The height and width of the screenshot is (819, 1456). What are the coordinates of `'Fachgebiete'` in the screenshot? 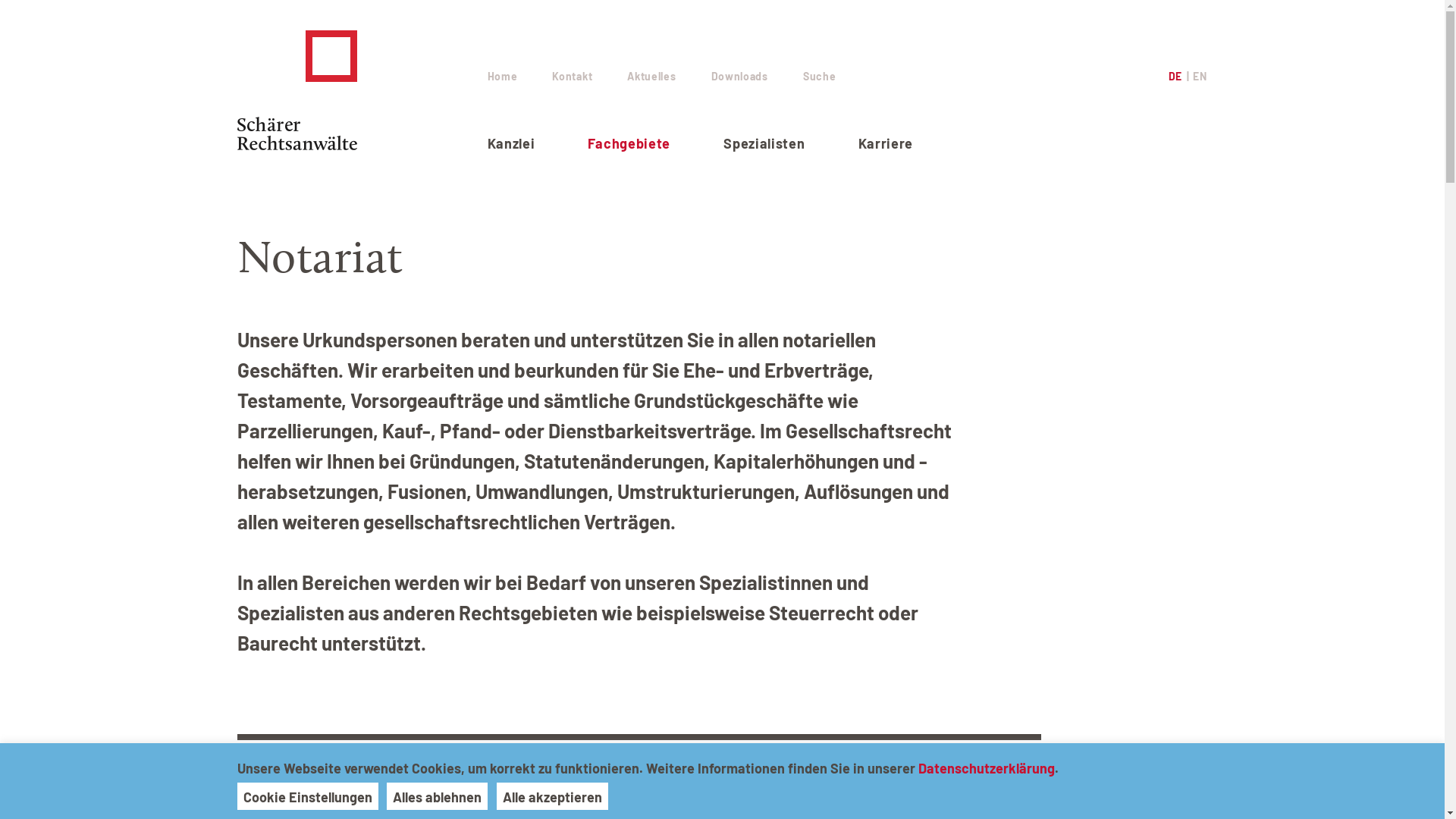 It's located at (629, 143).